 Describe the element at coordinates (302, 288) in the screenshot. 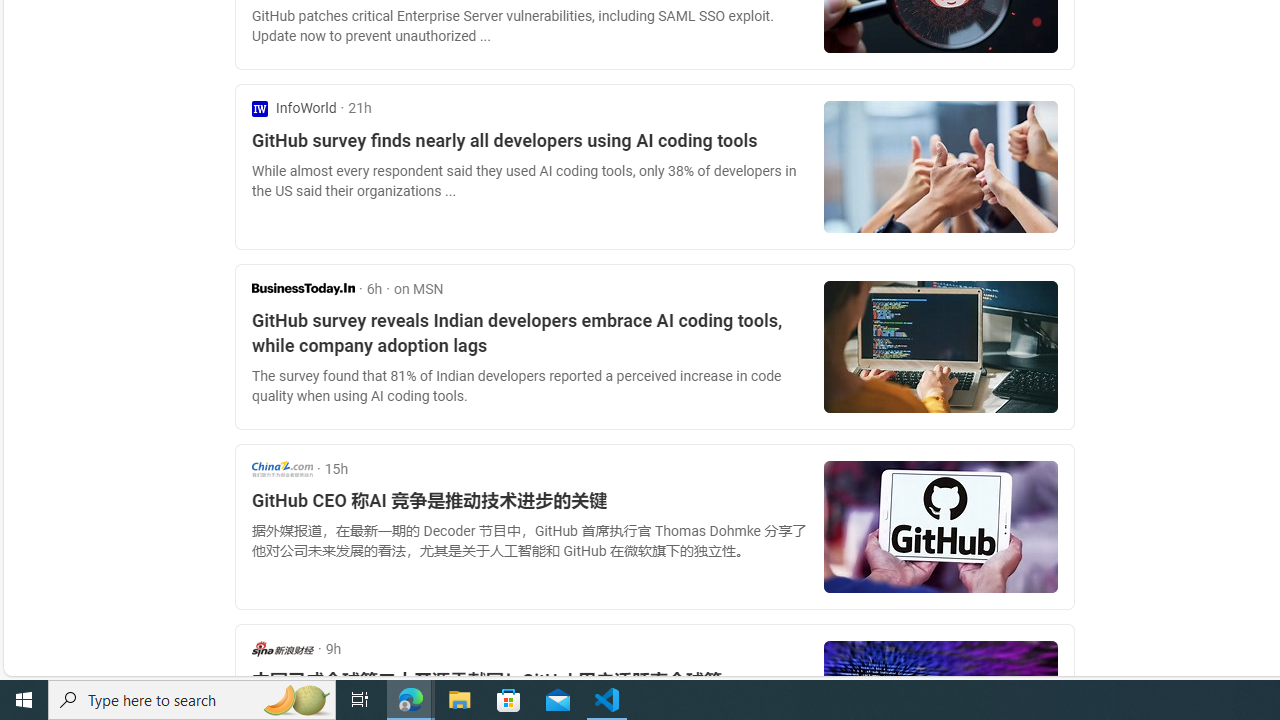

I see `'Business Today'` at that location.